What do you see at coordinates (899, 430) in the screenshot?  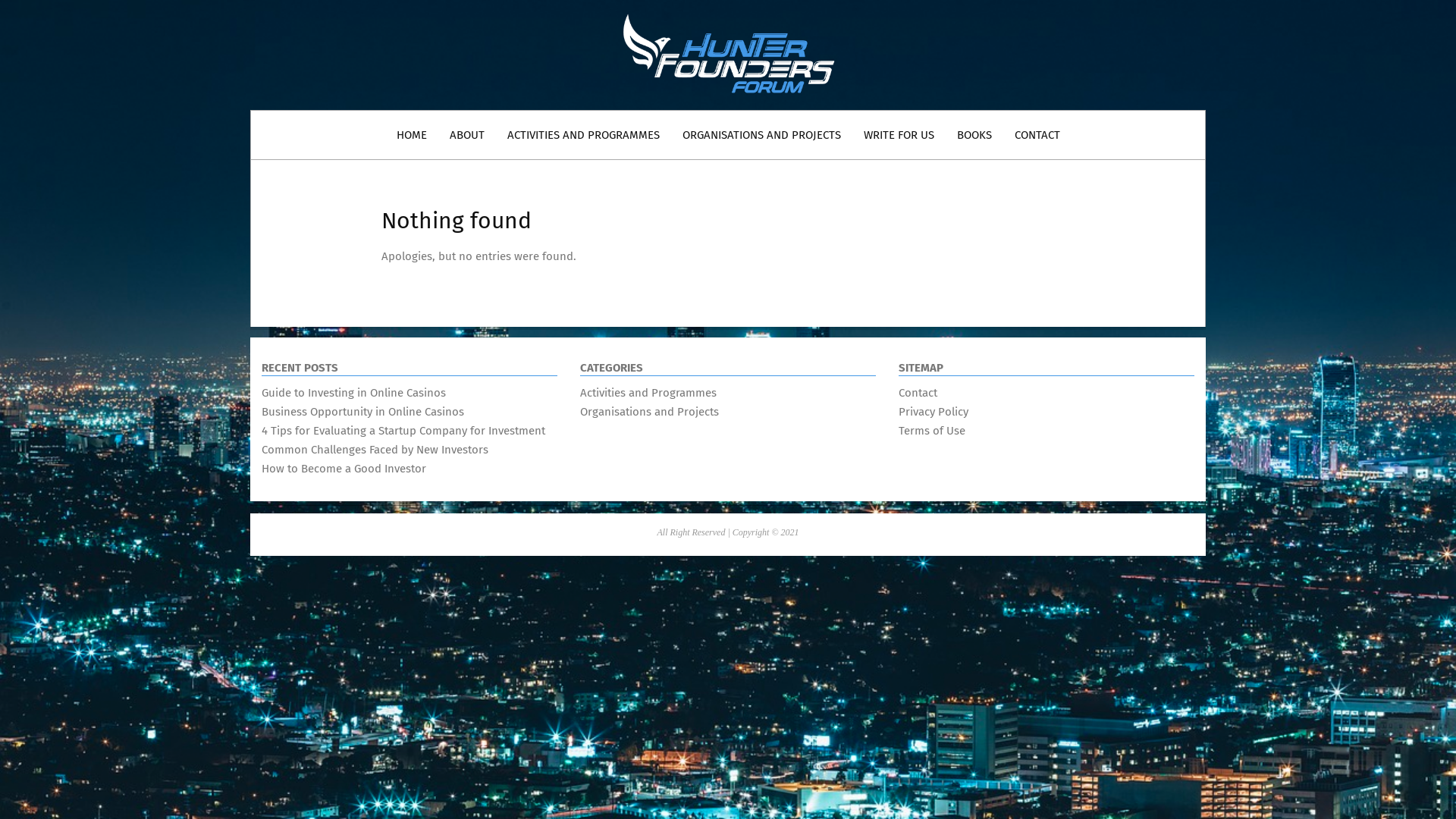 I see `'Terms of Use'` at bounding box center [899, 430].